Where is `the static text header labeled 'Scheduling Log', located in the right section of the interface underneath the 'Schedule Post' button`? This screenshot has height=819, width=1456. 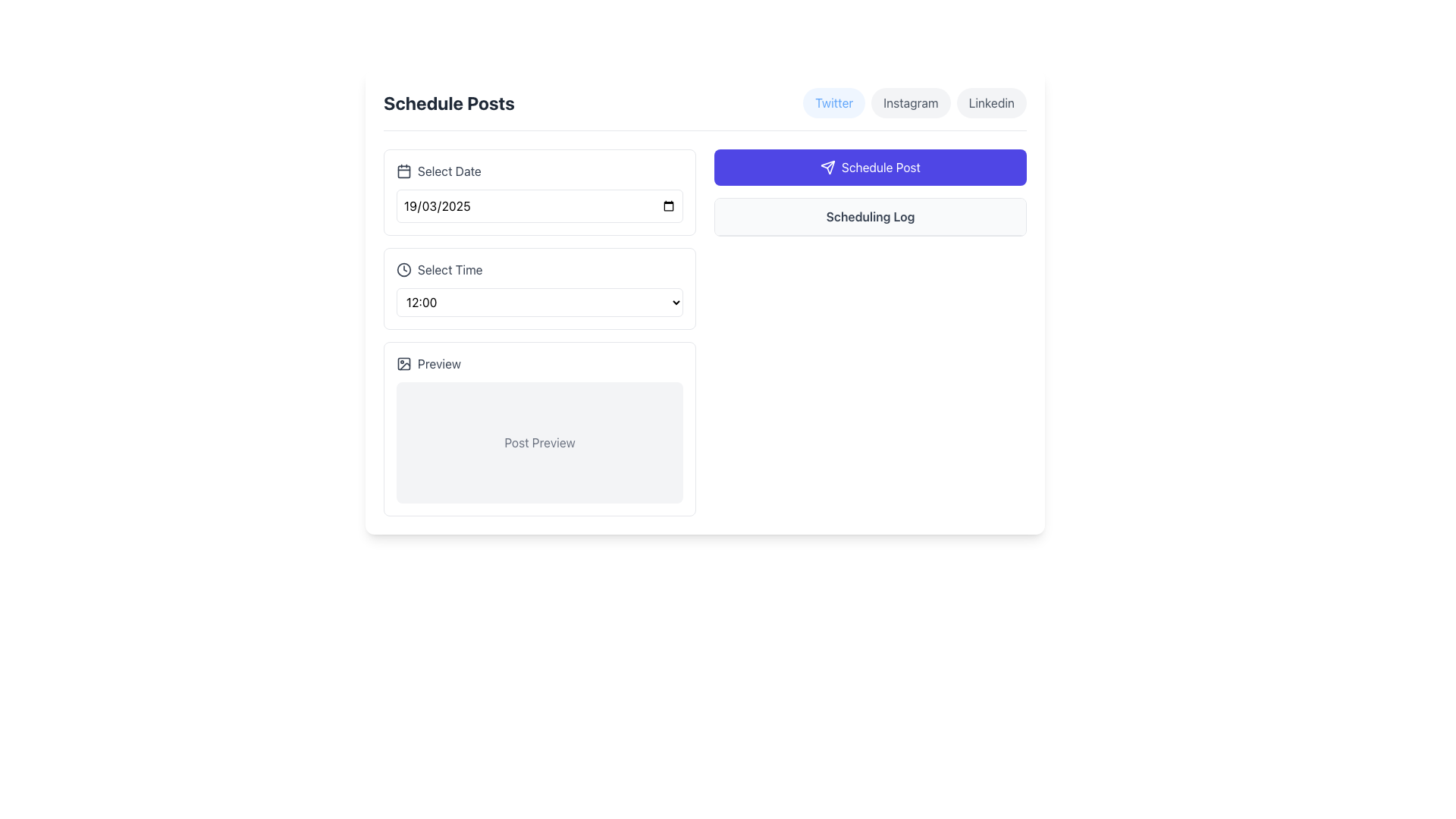 the static text header labeled 'Scheduling Log', located in the right section of the interface underneath the 'Schedule Post' button is located at coordinates (870, 217).